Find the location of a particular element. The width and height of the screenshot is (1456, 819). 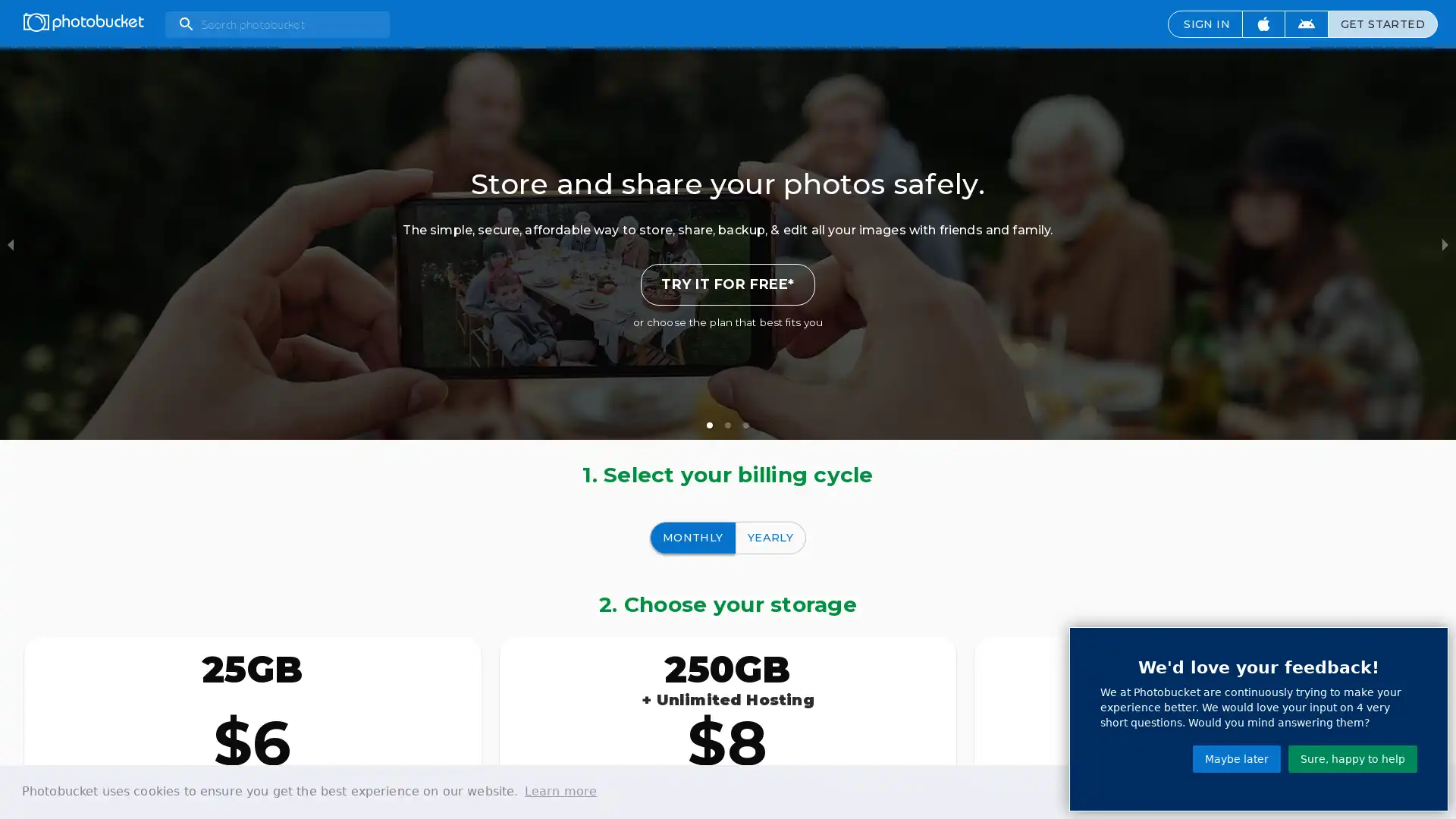

Sure, happy to help is located at coordinates (1353, 759).